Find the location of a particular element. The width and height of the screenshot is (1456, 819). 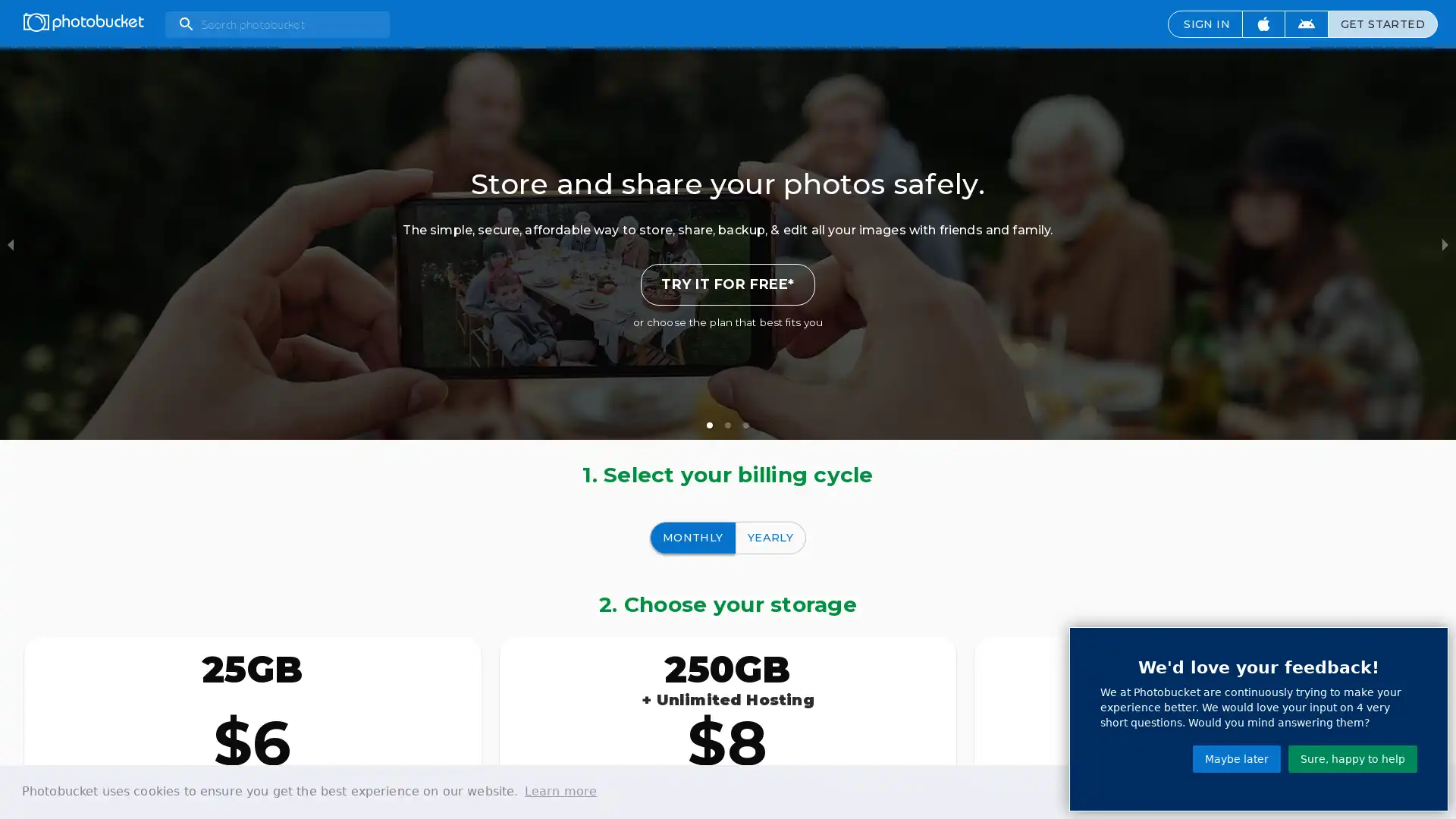

Sure, happy to help is located at coordinates (1353, 759).